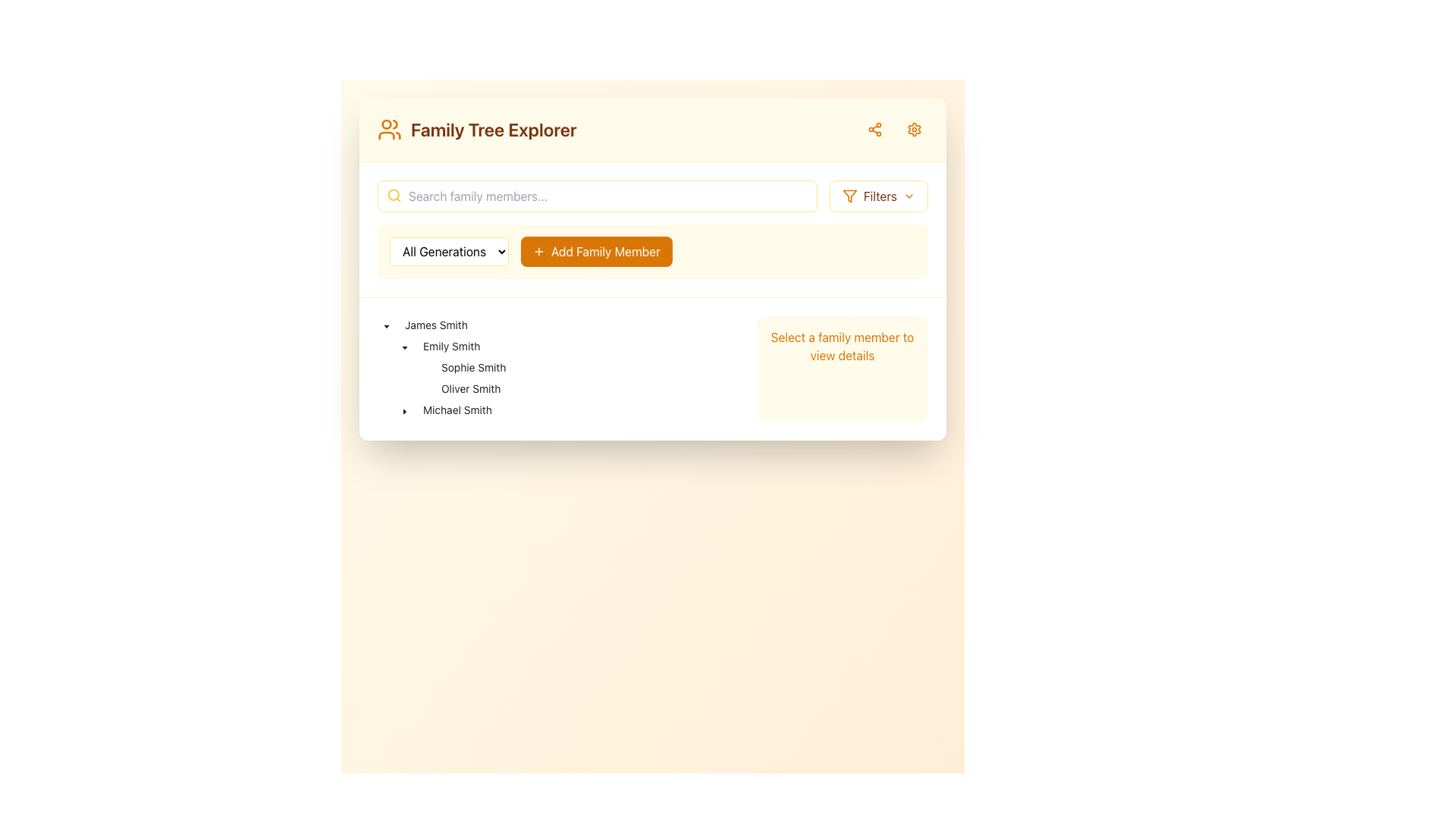 The height and width of the screenshot is (819, 1456). What do you see at coordinates (404, 348) in the screenshot?
I see `the downward-facing caret icon toggle element` at bounding box center [404, 348].